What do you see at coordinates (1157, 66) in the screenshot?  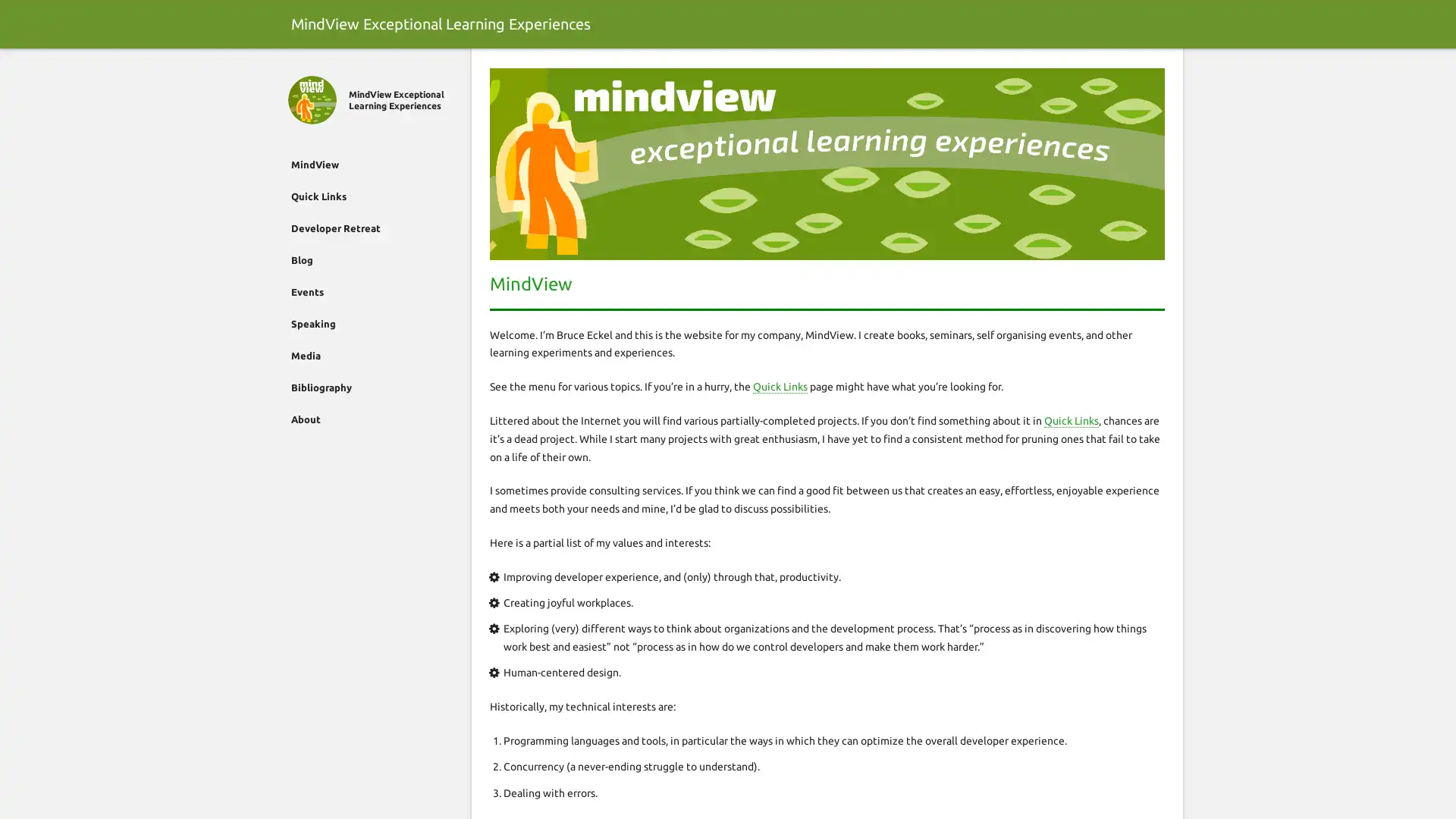 I see `Search` at bounding box center [1157, 66].